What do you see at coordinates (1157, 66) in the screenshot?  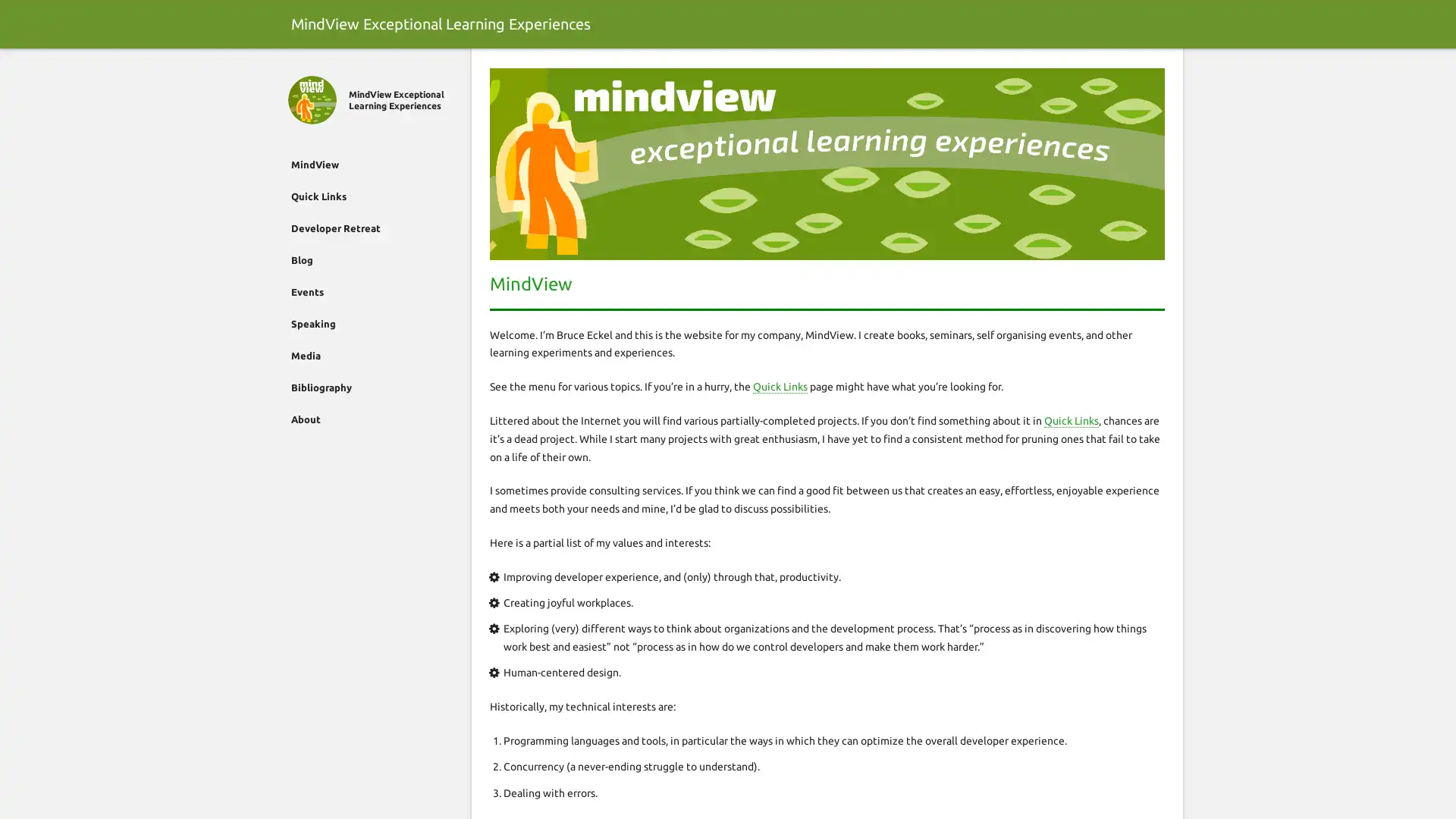 I see `Search` at bounding box center [1157, 66].